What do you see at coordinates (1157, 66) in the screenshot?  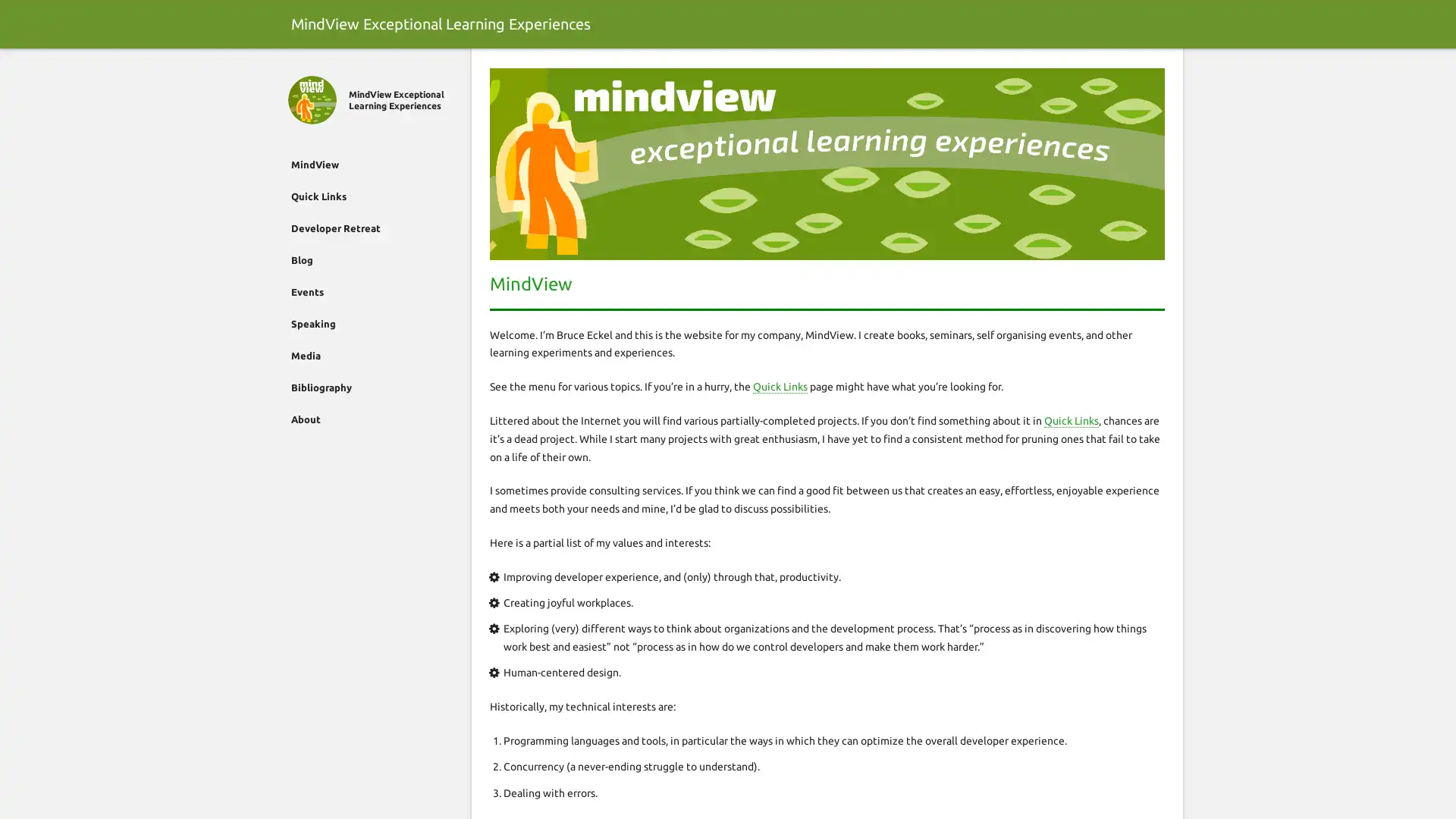 I see `Search` at bounding box center [1157, 66].